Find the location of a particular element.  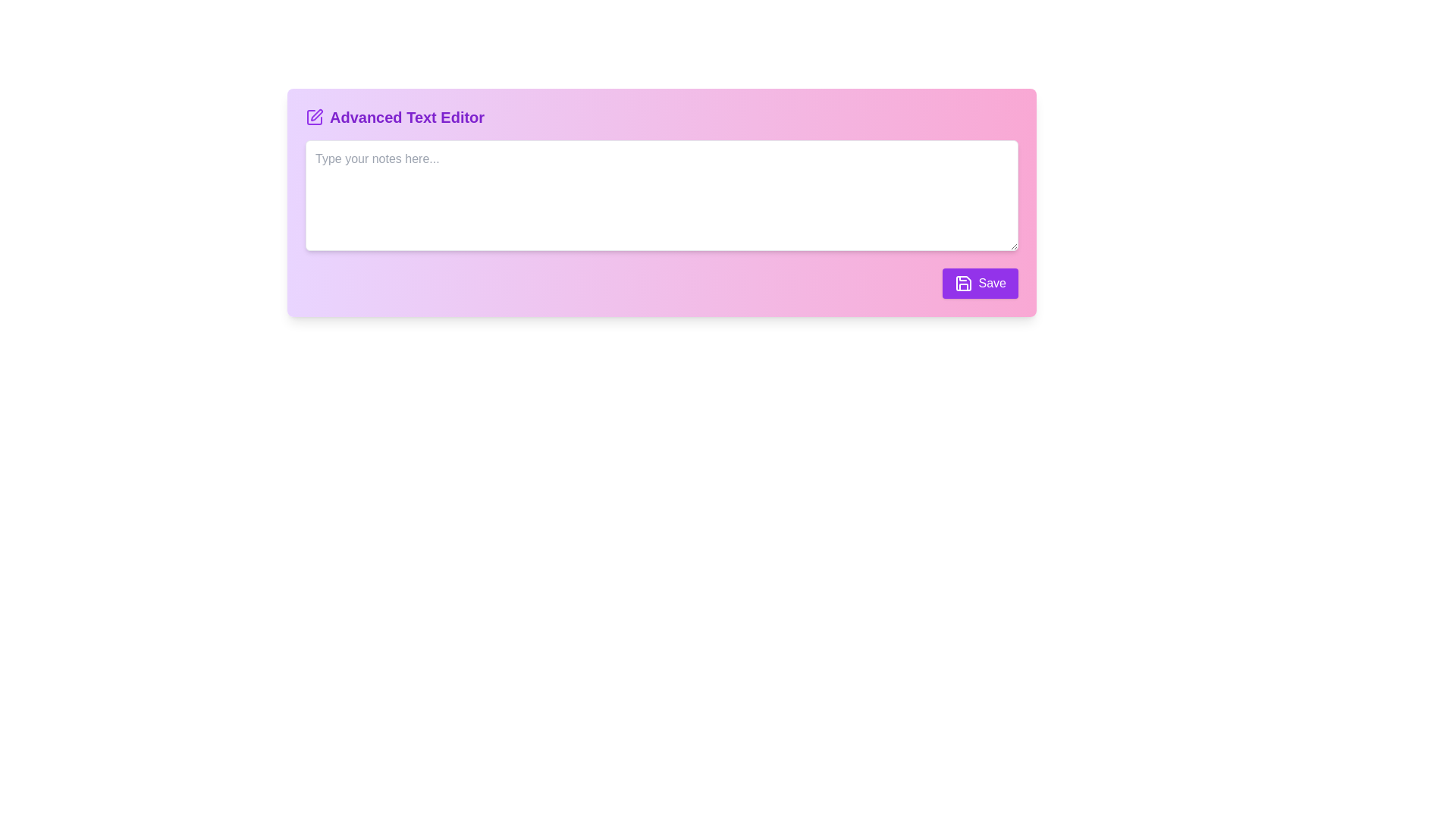

the 'Save' button with a purple background and white text is located at coordinates (980, 284).